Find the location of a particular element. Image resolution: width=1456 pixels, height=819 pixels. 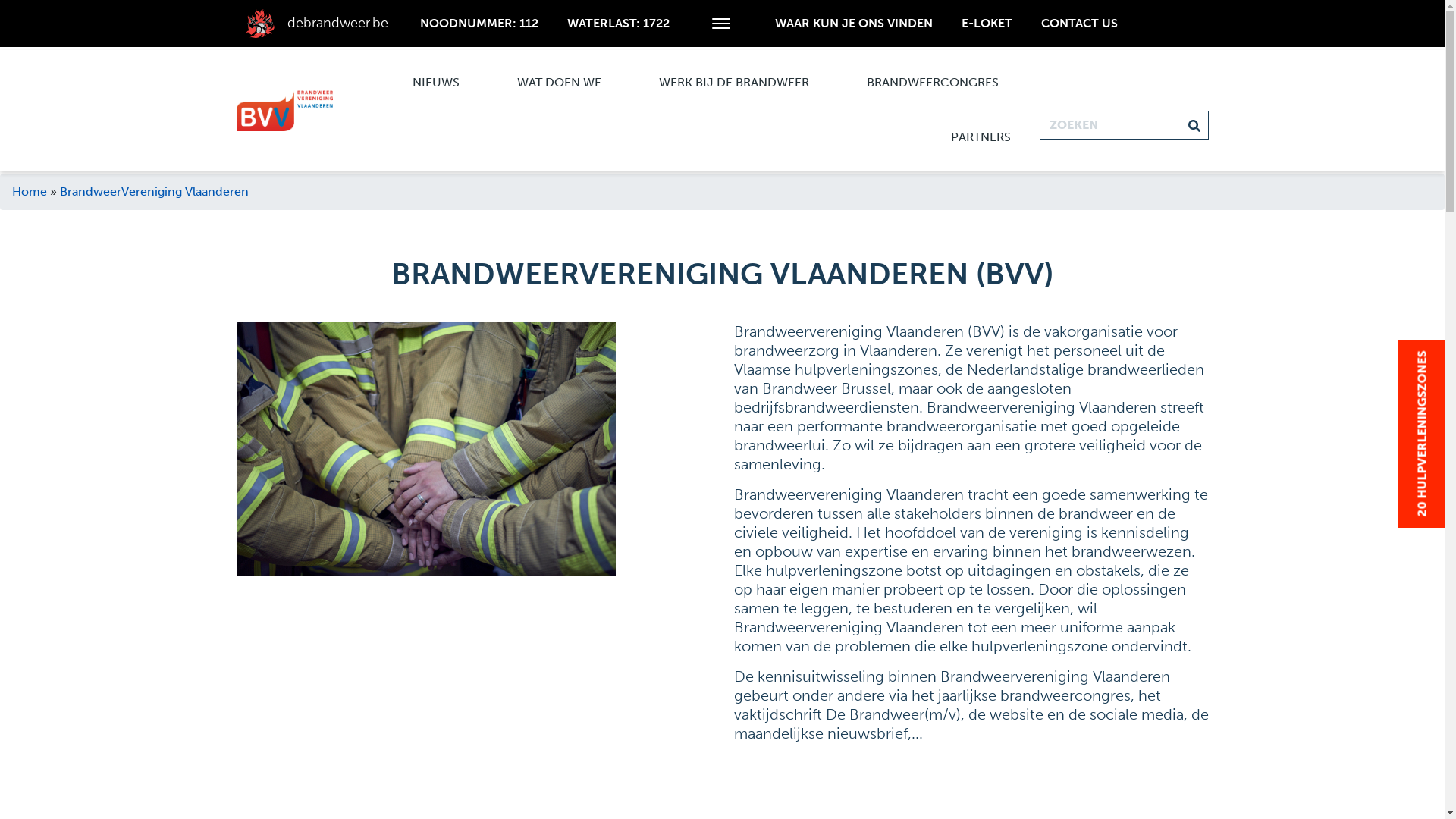

'WAAR KUN JE ONS VINDEN' is located at coordinates (854, 23).